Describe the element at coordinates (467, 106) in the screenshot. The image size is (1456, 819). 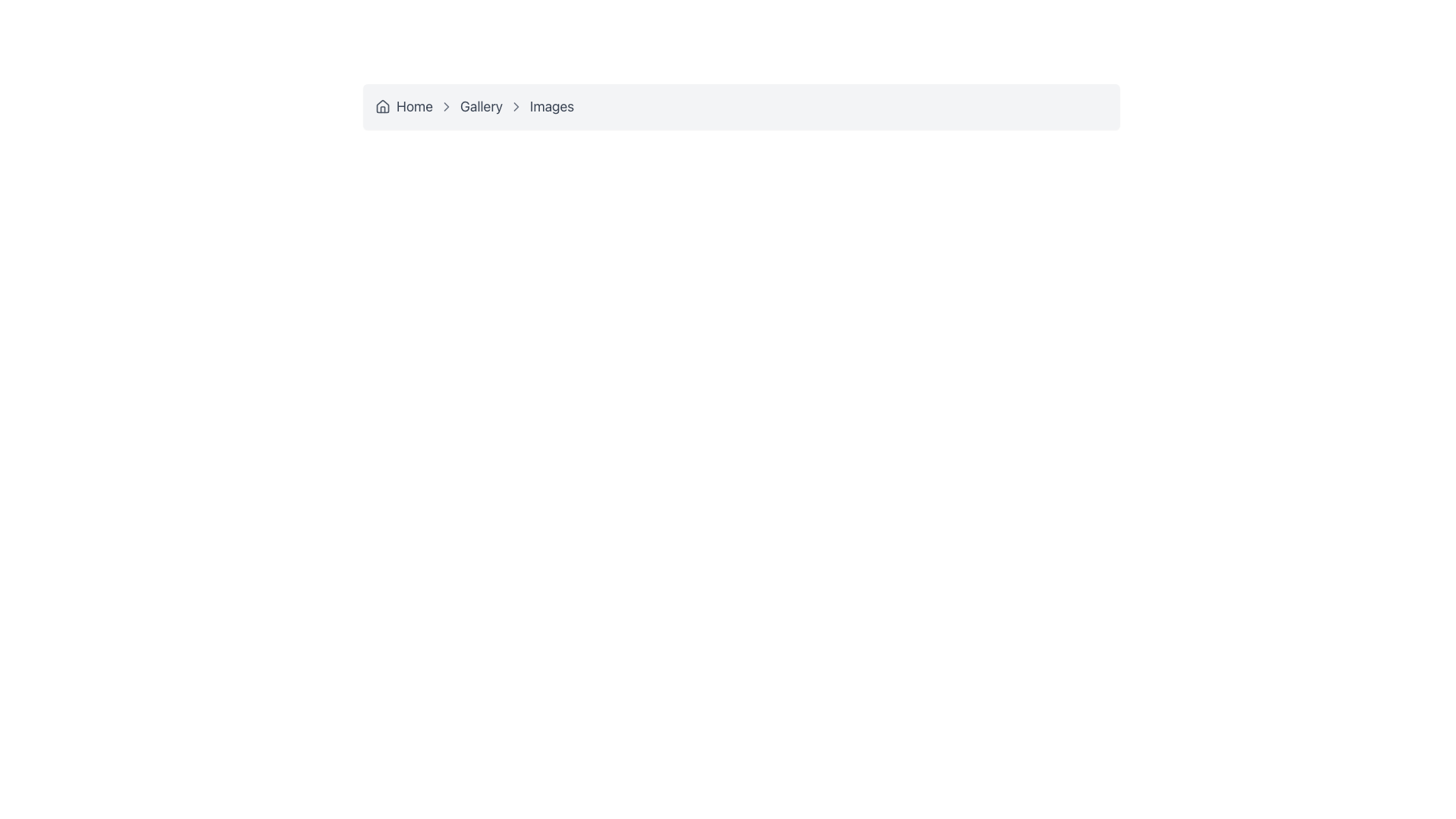
I see `the Breadcrumb navigation link` at that location.